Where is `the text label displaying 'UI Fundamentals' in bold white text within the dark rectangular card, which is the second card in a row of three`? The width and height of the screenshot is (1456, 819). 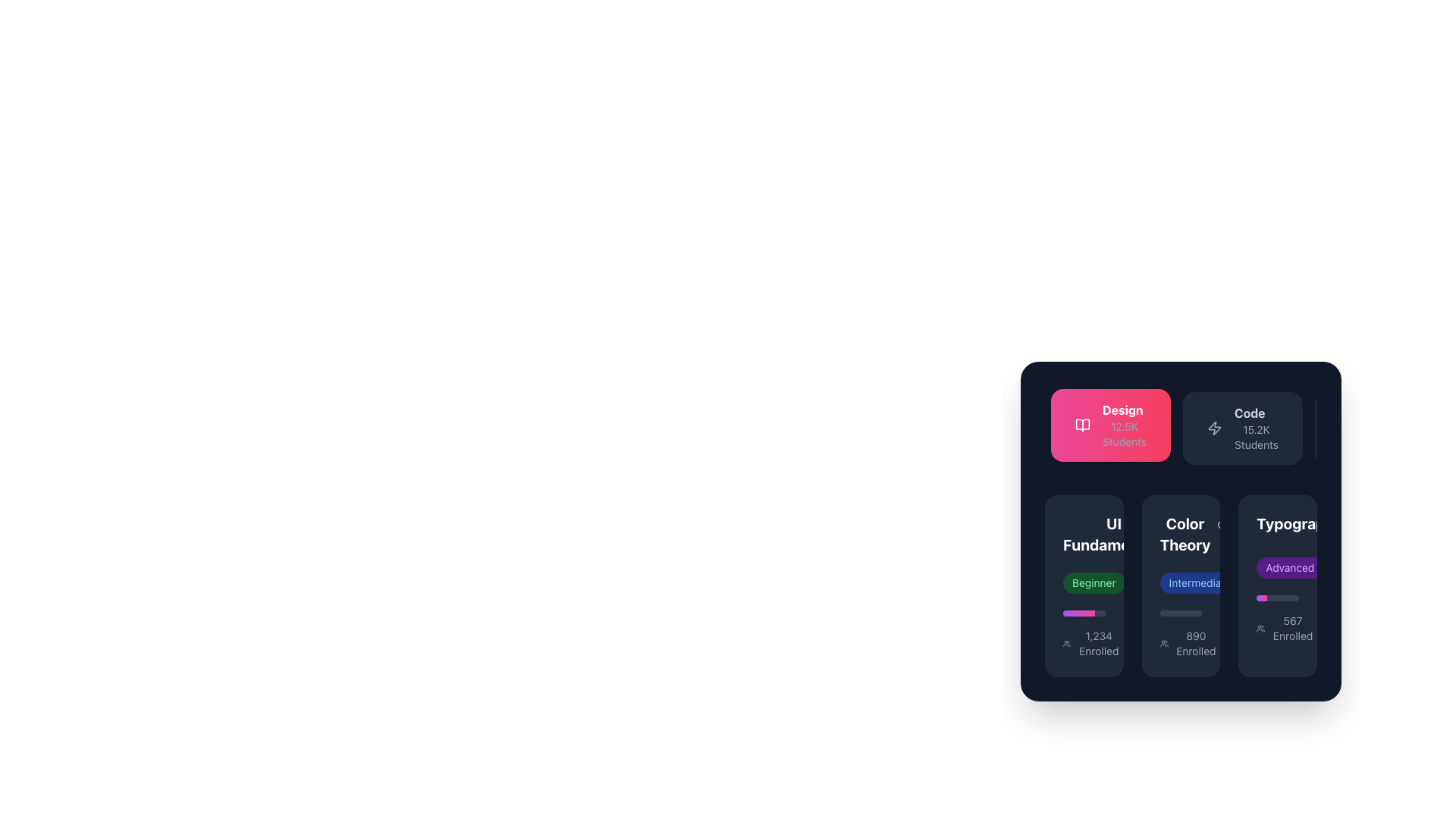 the text label displaying 'UI Fundamentals' in bold white text within the dark rectangular card, which is the second card in a row of three is located at coordinates (1083, 534).